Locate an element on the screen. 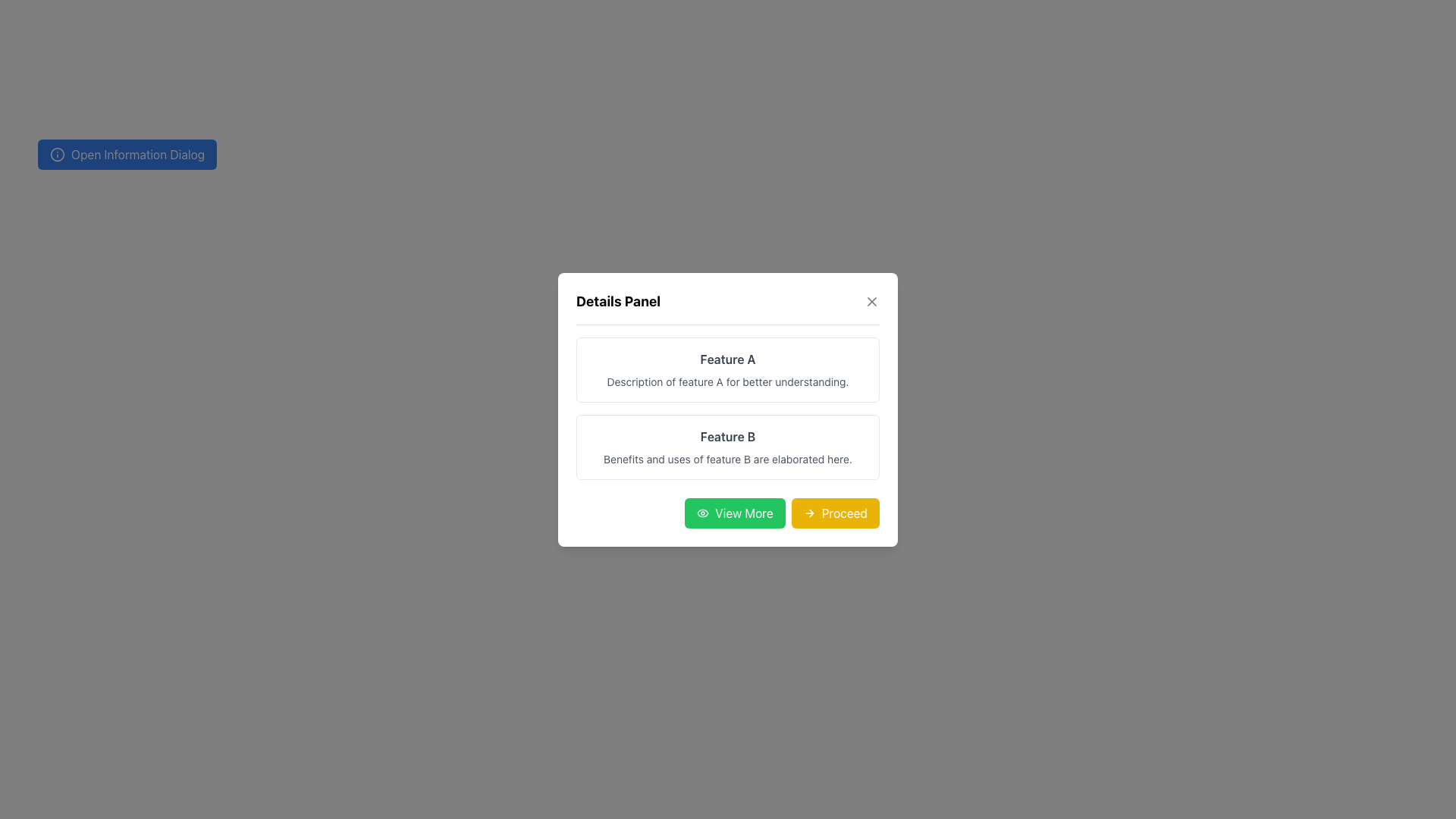  the yellow 'Proceed' button with rounded corners and an arrow icon is located at coordinates (834, 512).